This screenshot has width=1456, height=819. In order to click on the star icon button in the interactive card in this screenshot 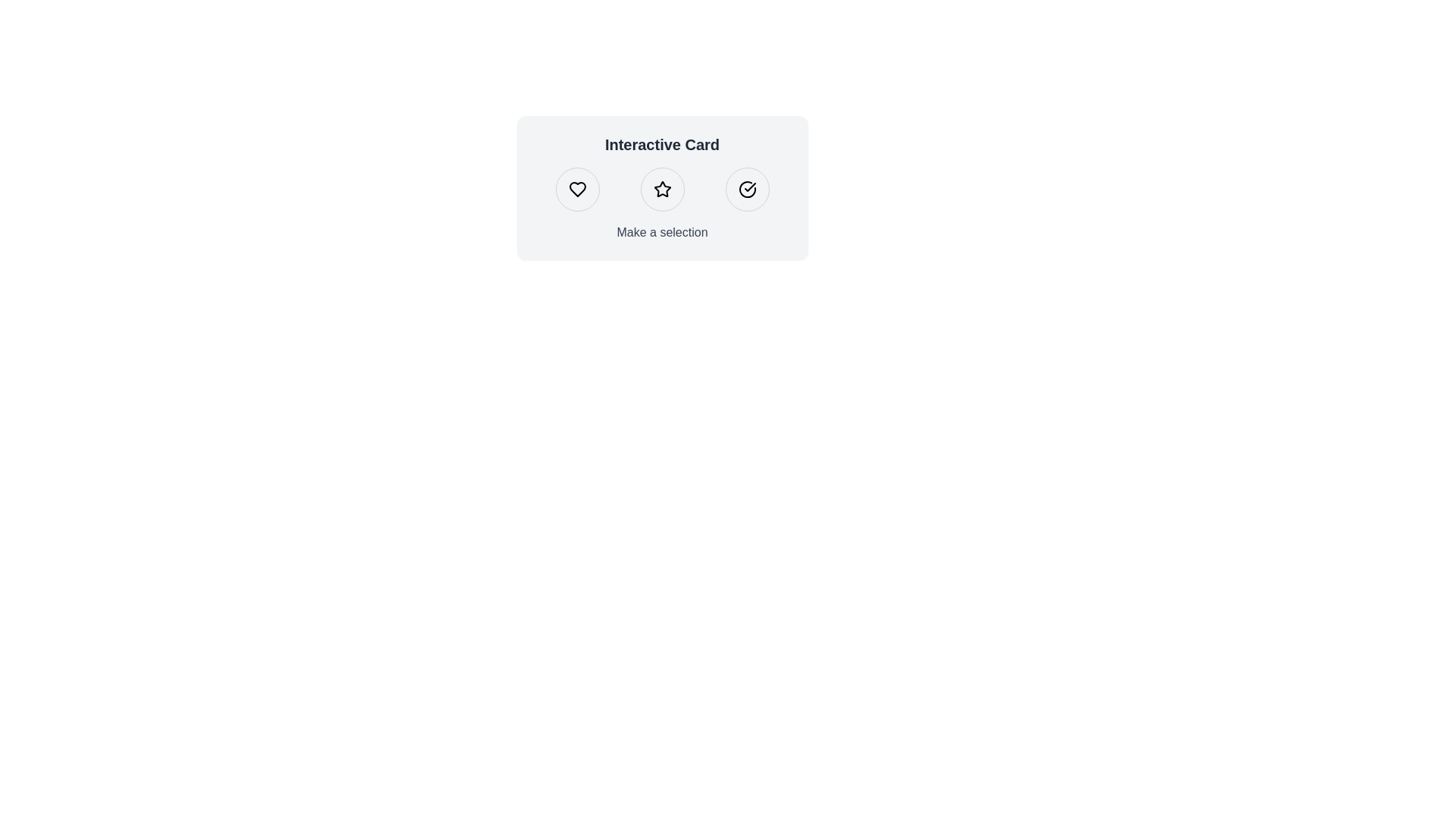, I will do `click(662, 189)`.